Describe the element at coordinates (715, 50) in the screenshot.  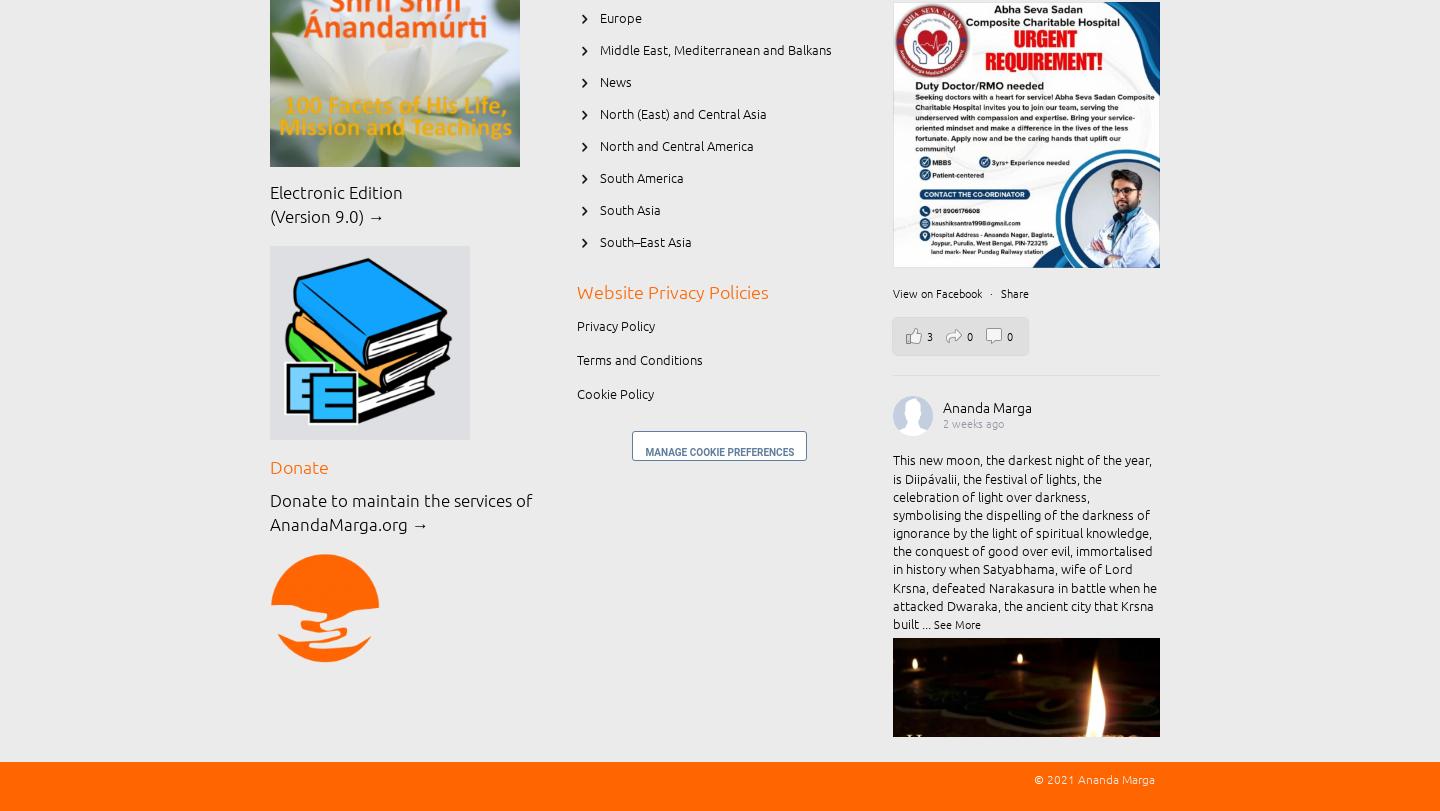
I see `'Middle East, Mediterranean and Balkans'` at that location.